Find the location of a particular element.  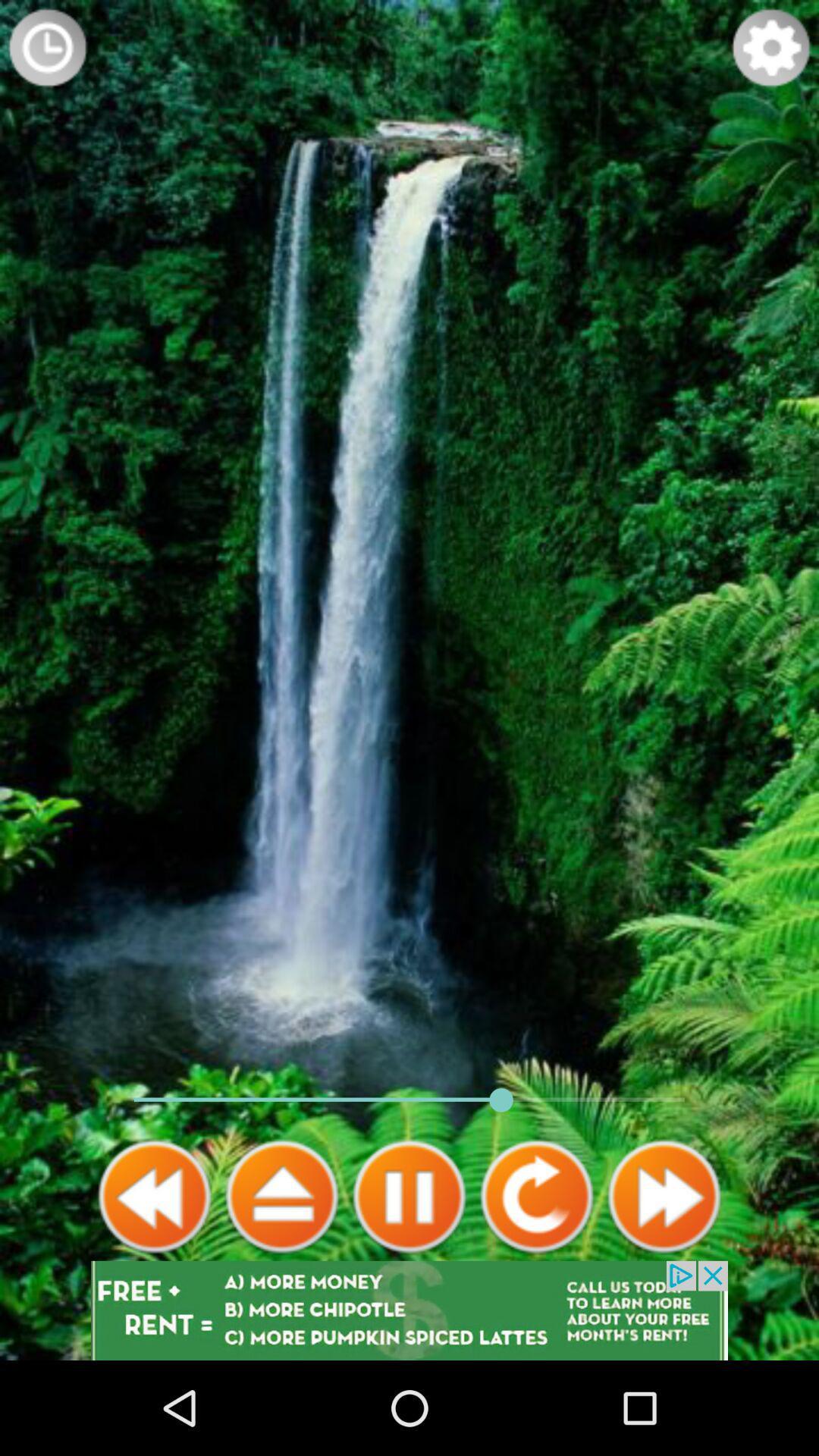

the refresh icon is located at coordinates (536, 1280).